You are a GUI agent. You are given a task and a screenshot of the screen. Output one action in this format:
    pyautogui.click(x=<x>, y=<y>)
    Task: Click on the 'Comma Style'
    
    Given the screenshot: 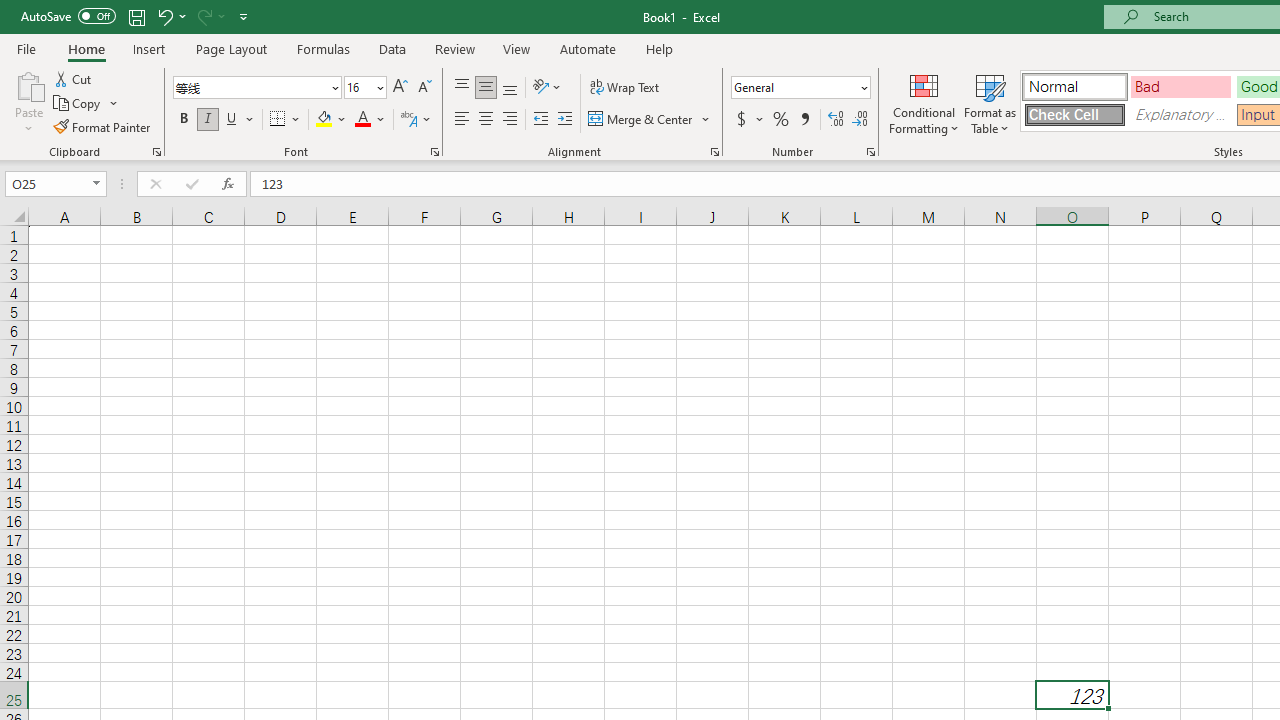 What is the action you would take?
    pyautogui.click(x=805, y=119)
    